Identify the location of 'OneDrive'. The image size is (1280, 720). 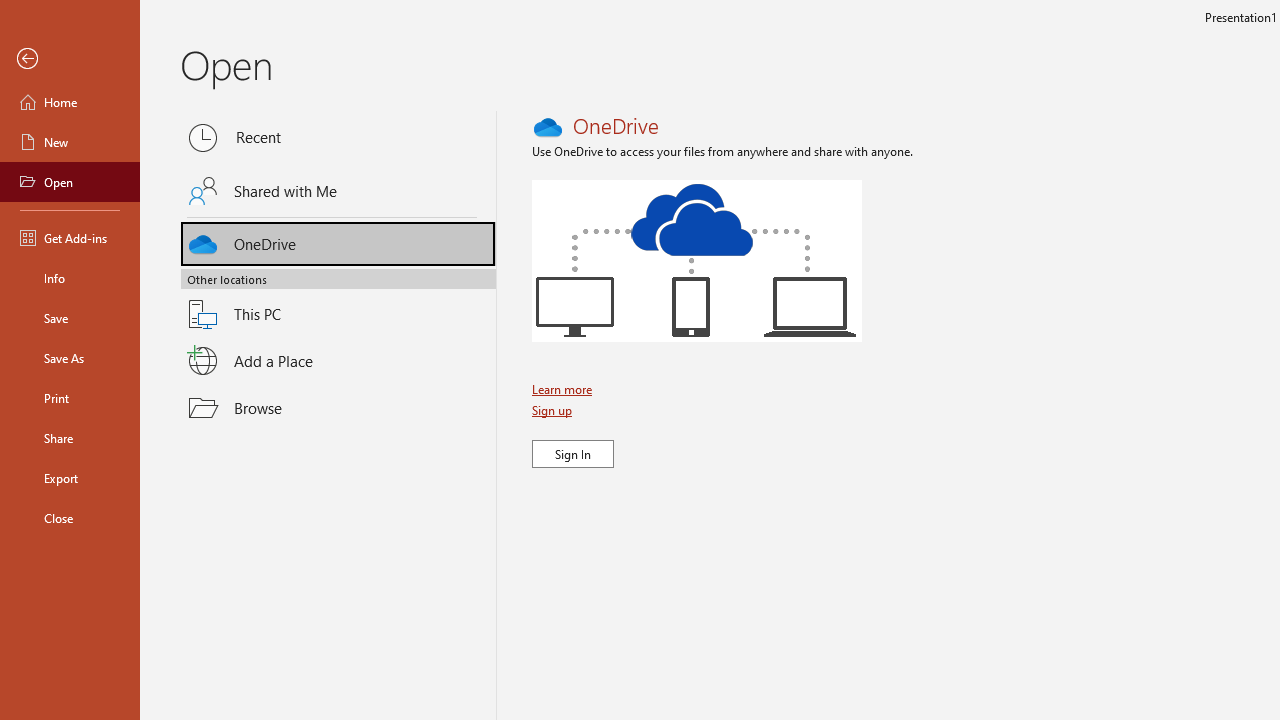
(338, 239).